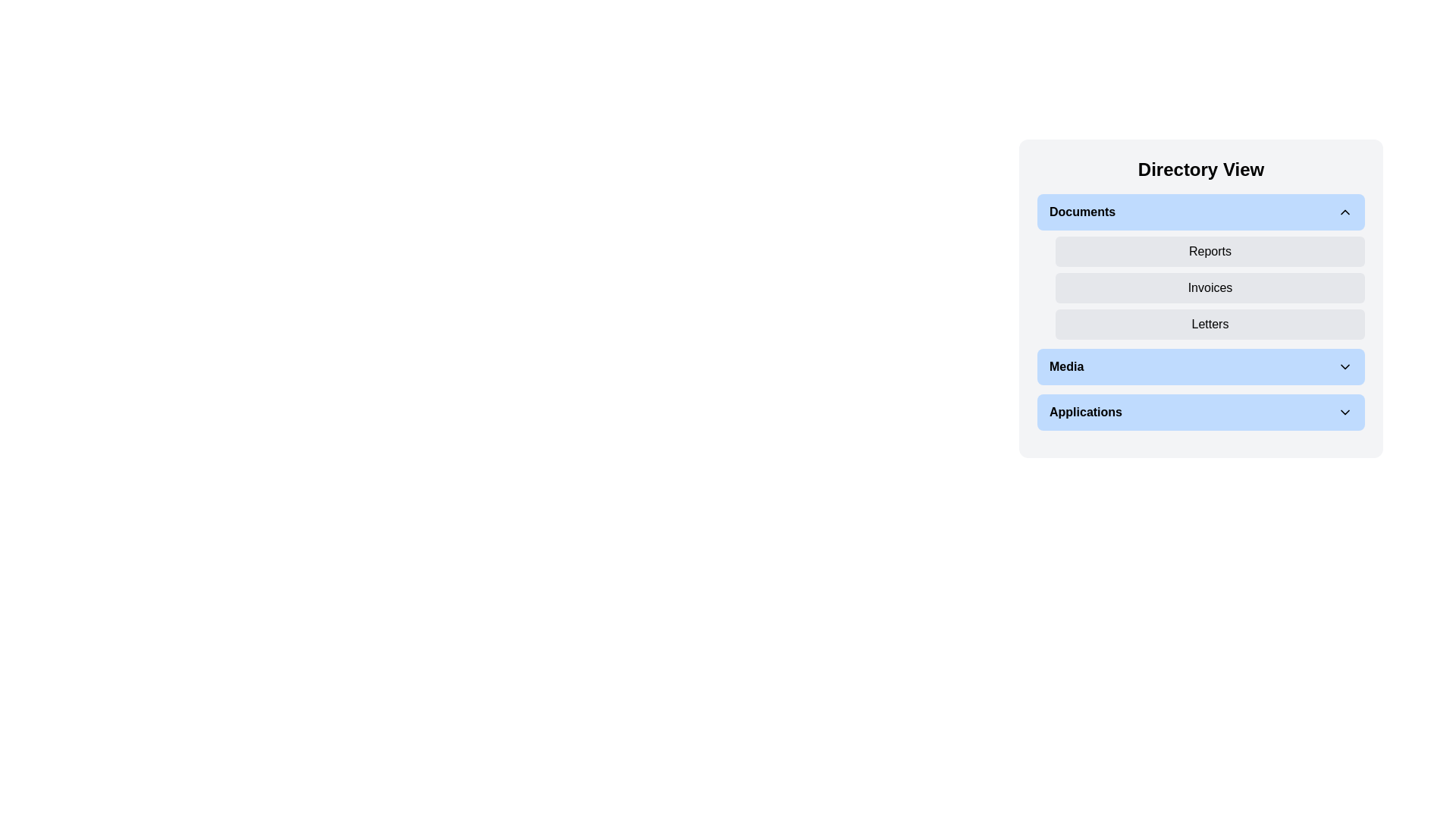  What do you see at coordinates (1200, 265) in the screenshot?
I see `the topmost collapsible section labeled 'Documents' in the 'Directory View' panel` at bounding box center [1200, 265].